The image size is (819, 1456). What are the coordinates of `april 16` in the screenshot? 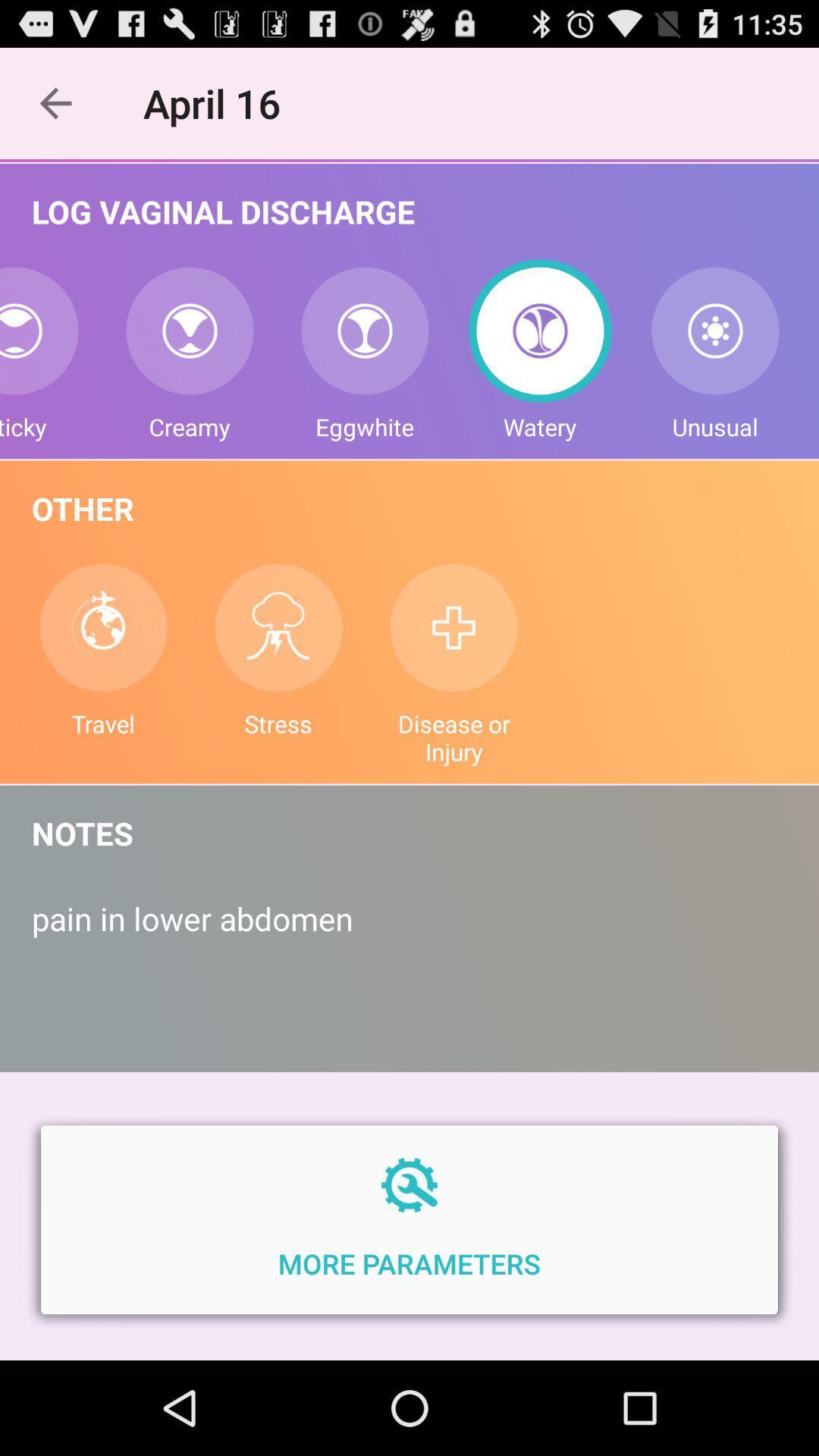 It's located at (220, 102).